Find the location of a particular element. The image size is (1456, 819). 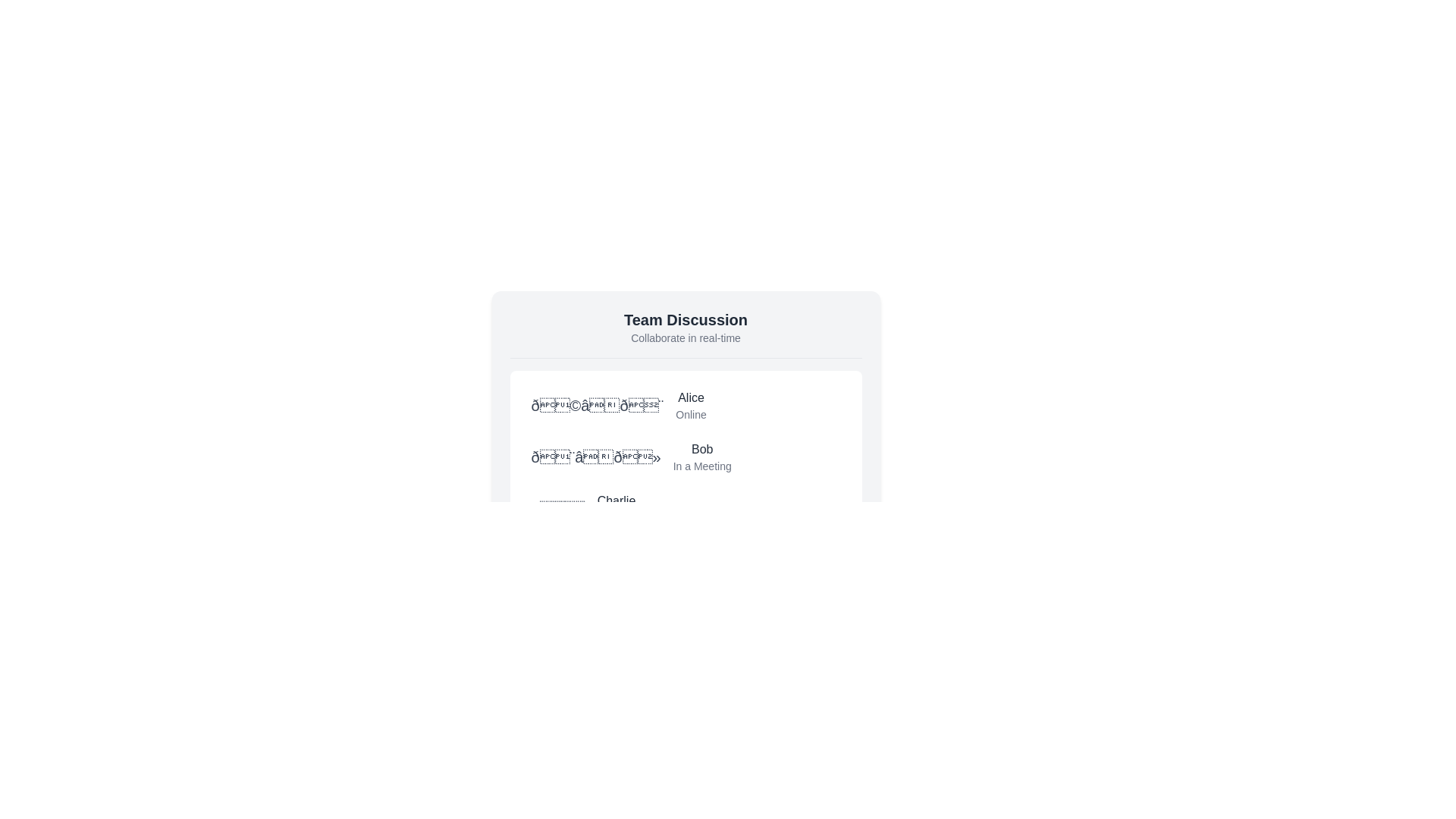

the text label displaying the name 'Bob', which is prominently styled in bold dark gray font against a light background and located below the entry labeled 'Alice' is located at coordinates (701, 449).